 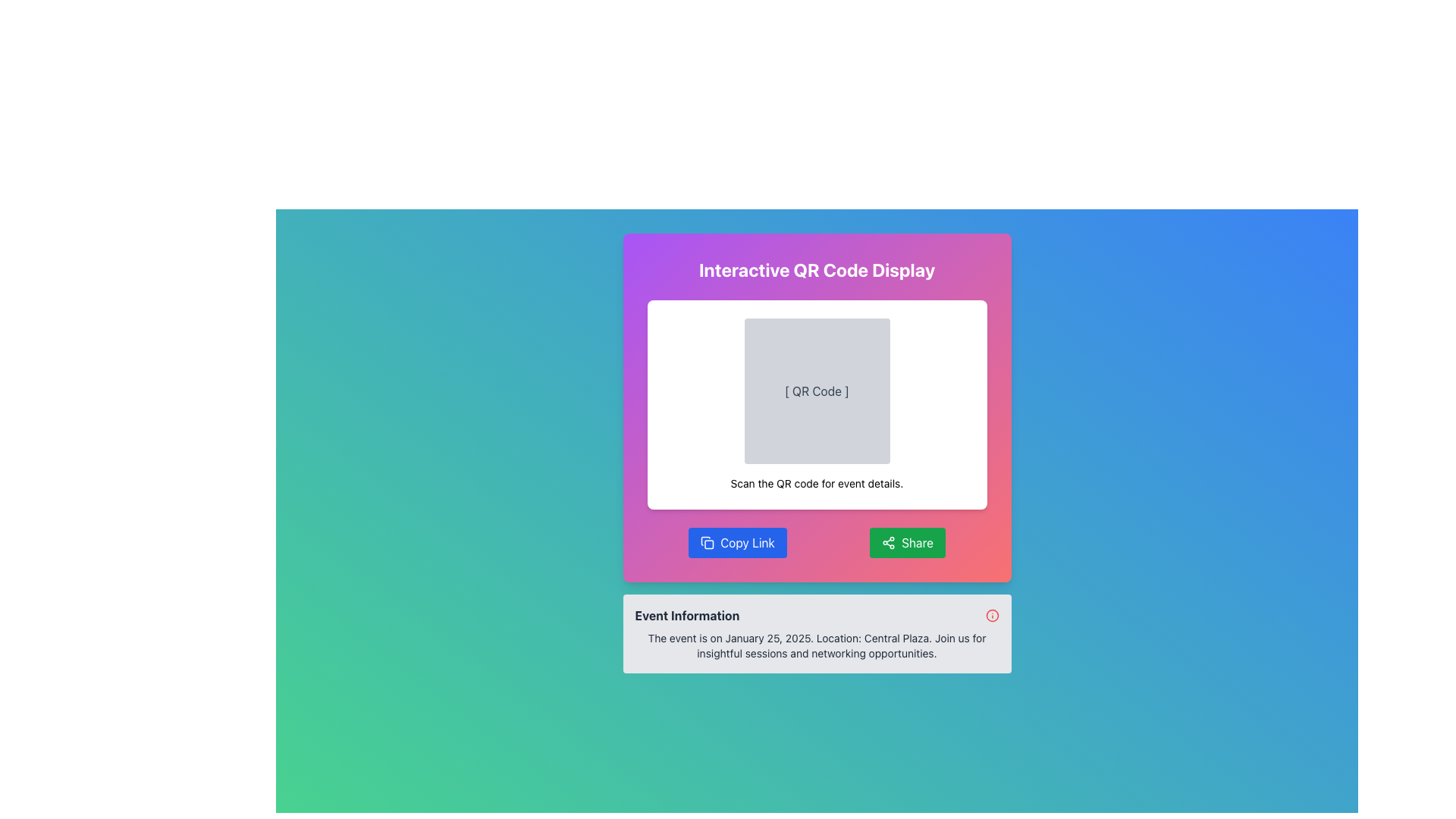 I want to click on the icon within the green 'Share' button, which is located beneath the central QR Code display area, to facilitate sharing the QR code or associated content, so click(x=888, y=542).